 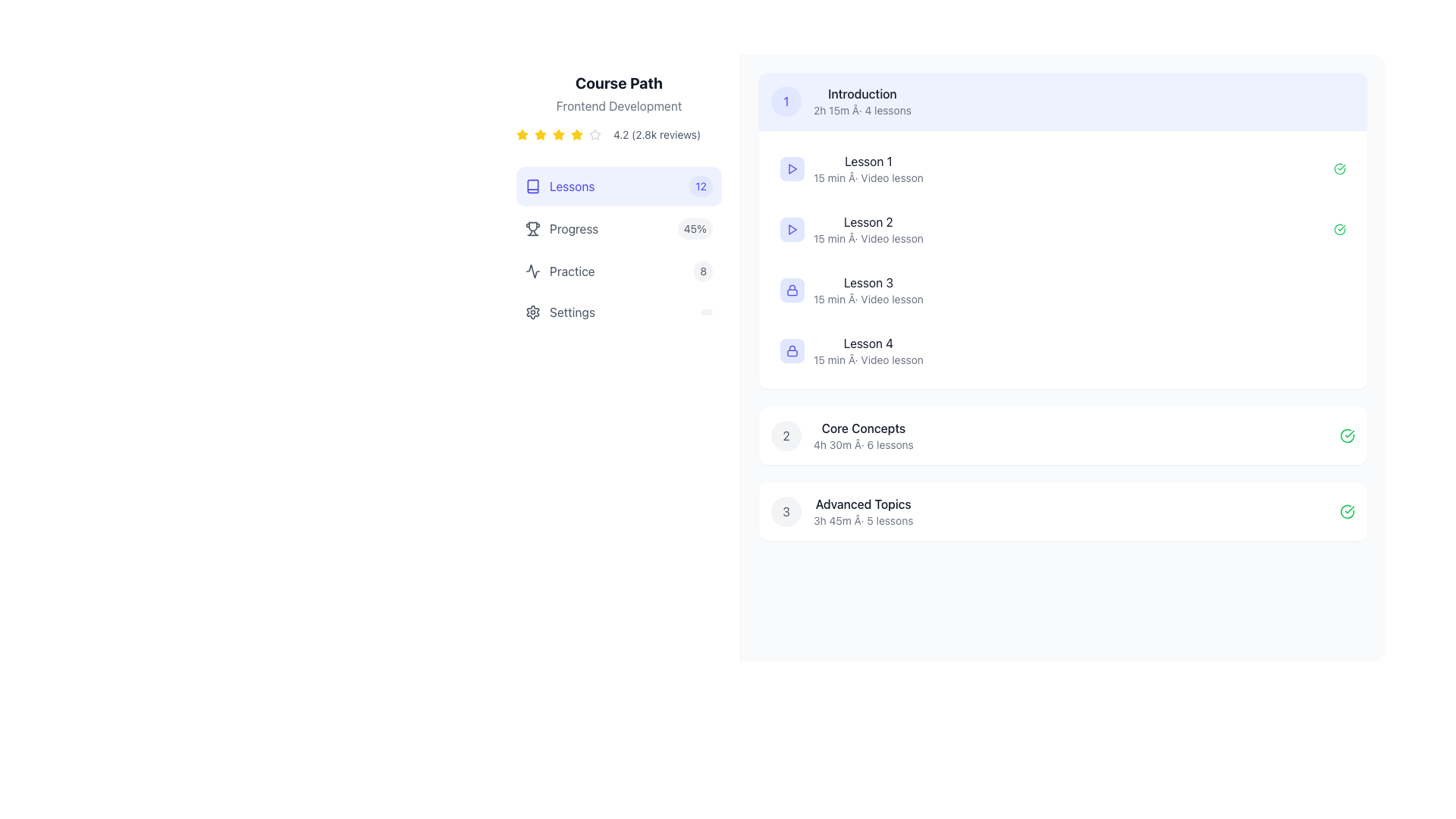 I want to click on the textual information display element titled 'Core Concepts' which provides details about the module, located as the second item in a vertical list, so click(x=863, y=435).